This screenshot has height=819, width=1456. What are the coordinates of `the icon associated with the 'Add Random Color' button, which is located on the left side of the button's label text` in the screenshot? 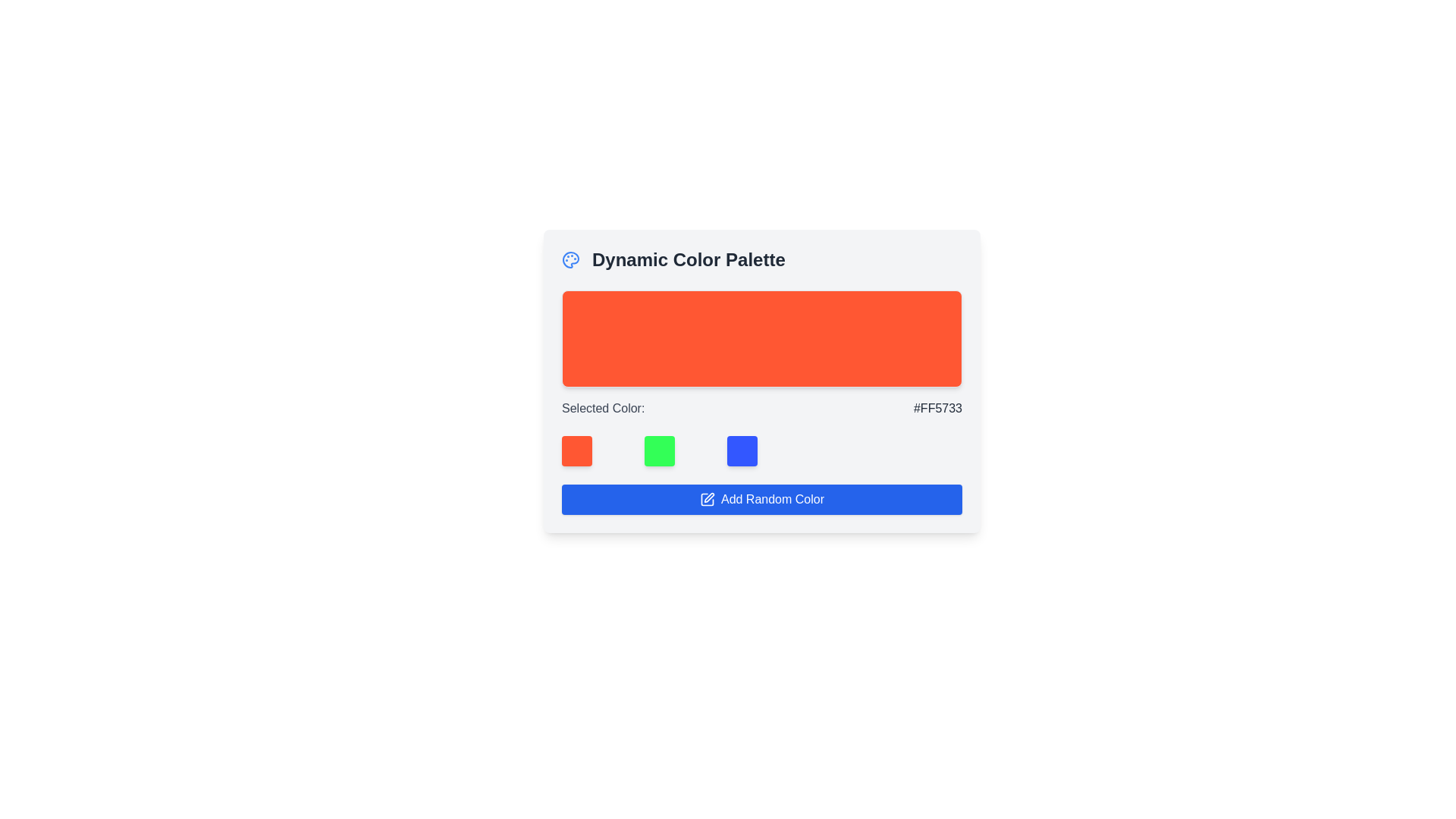 It's located at (706, 500).